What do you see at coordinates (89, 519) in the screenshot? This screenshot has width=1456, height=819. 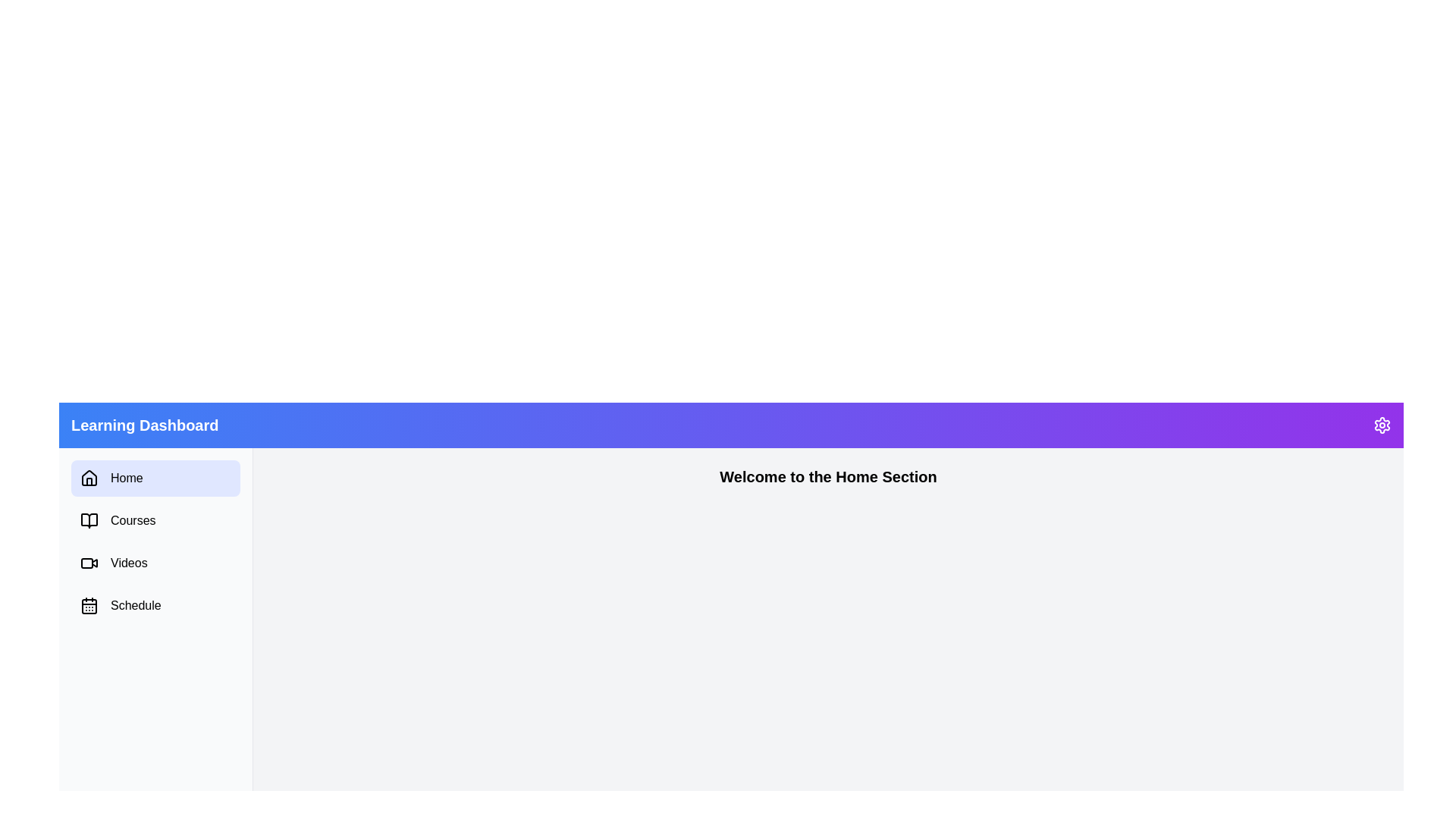 I see `the left-facing open book icon in the navigation menu` at bounding box center [89, 519].